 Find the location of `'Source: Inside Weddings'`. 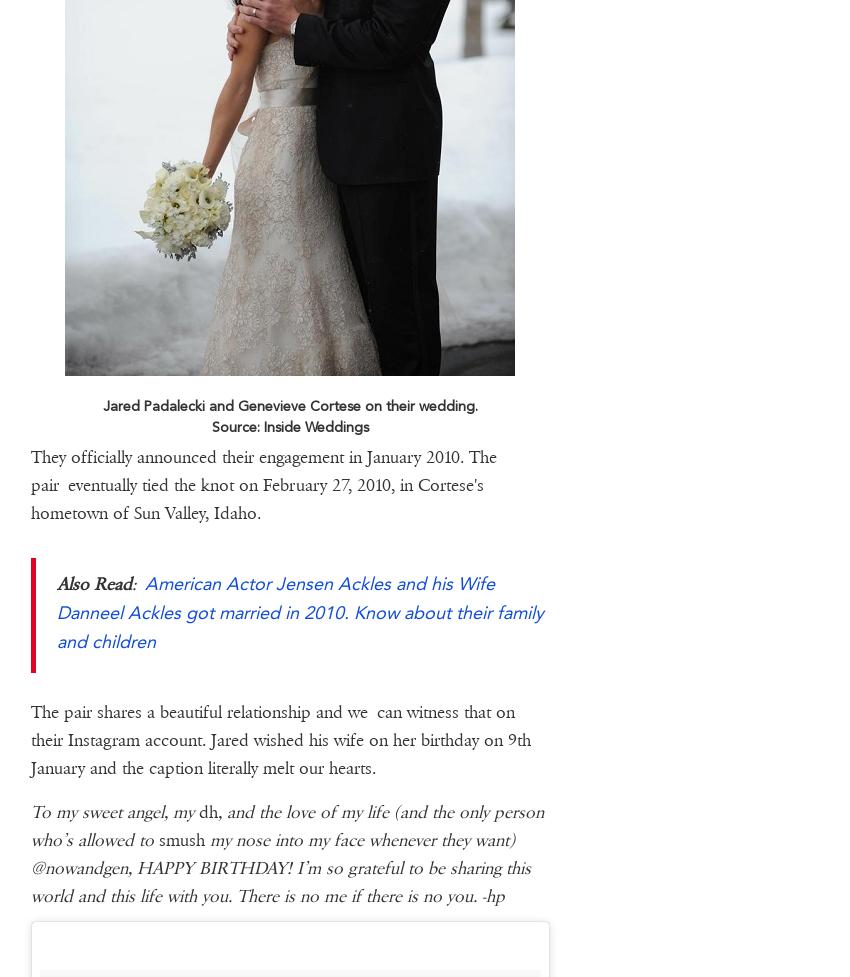

'Source: Inside Weddings' is located at coordinates (288, 425).